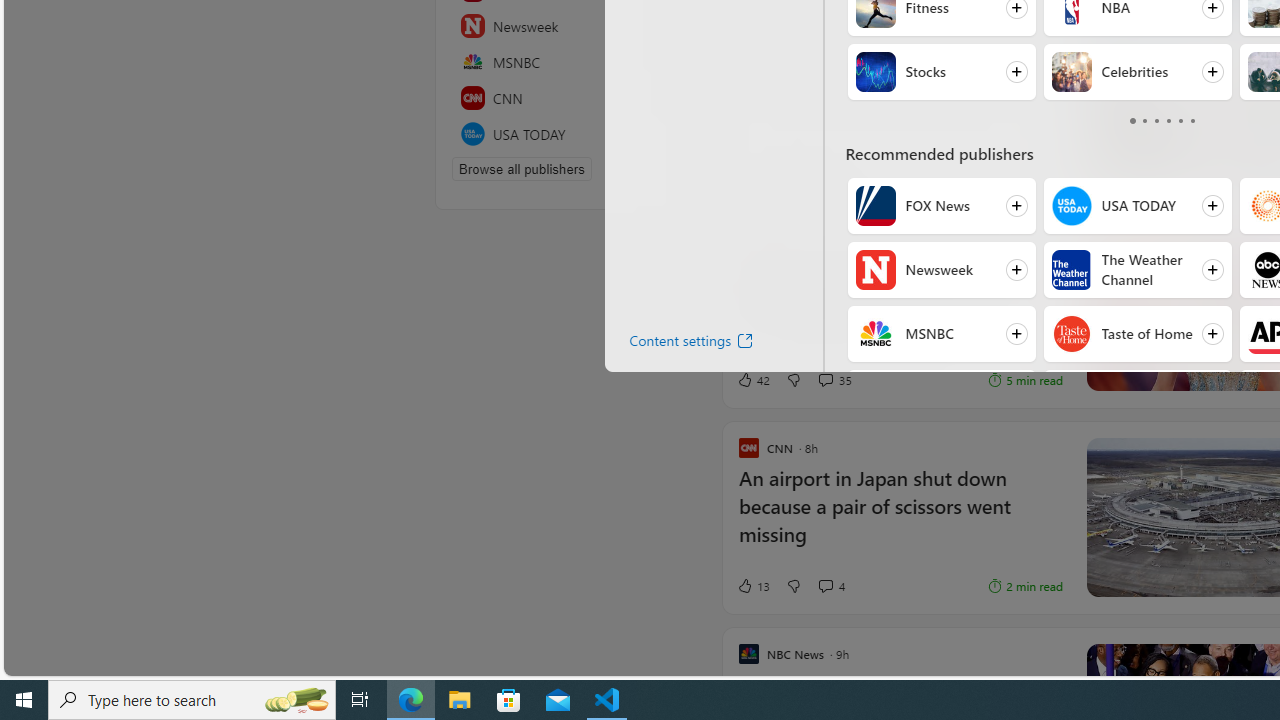 Image resolution: width=1280 pixels, height=720 pixels. I want to click on 'View comments 4 Comment', so click(825, 585).